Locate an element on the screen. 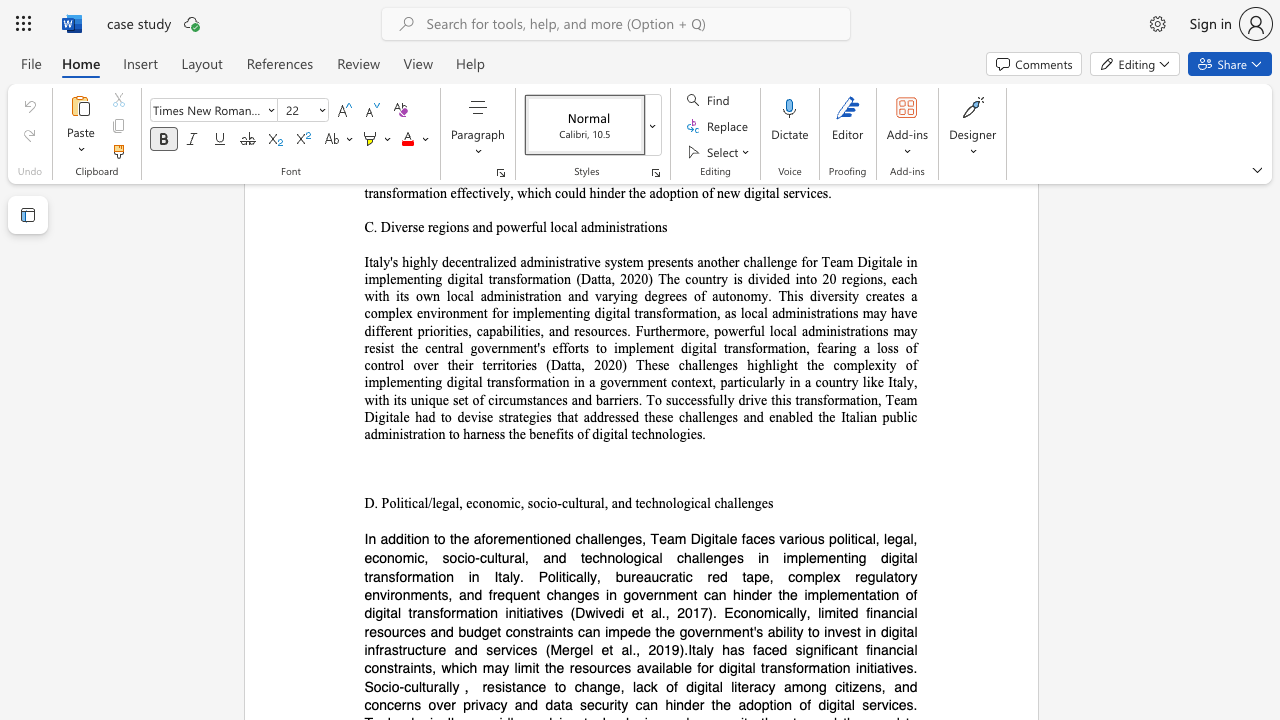 This screenshot has width=1280, height=720. the subset text "aints, which may limit the resources available for digital transfo" within the text "l infrastructure and services (Mergel et al., 2019).Italy has faced significant financial constraints, which may limit the resources available for digital transformation initiatives. Socio-culturally" is located at coordinates (401, 668).